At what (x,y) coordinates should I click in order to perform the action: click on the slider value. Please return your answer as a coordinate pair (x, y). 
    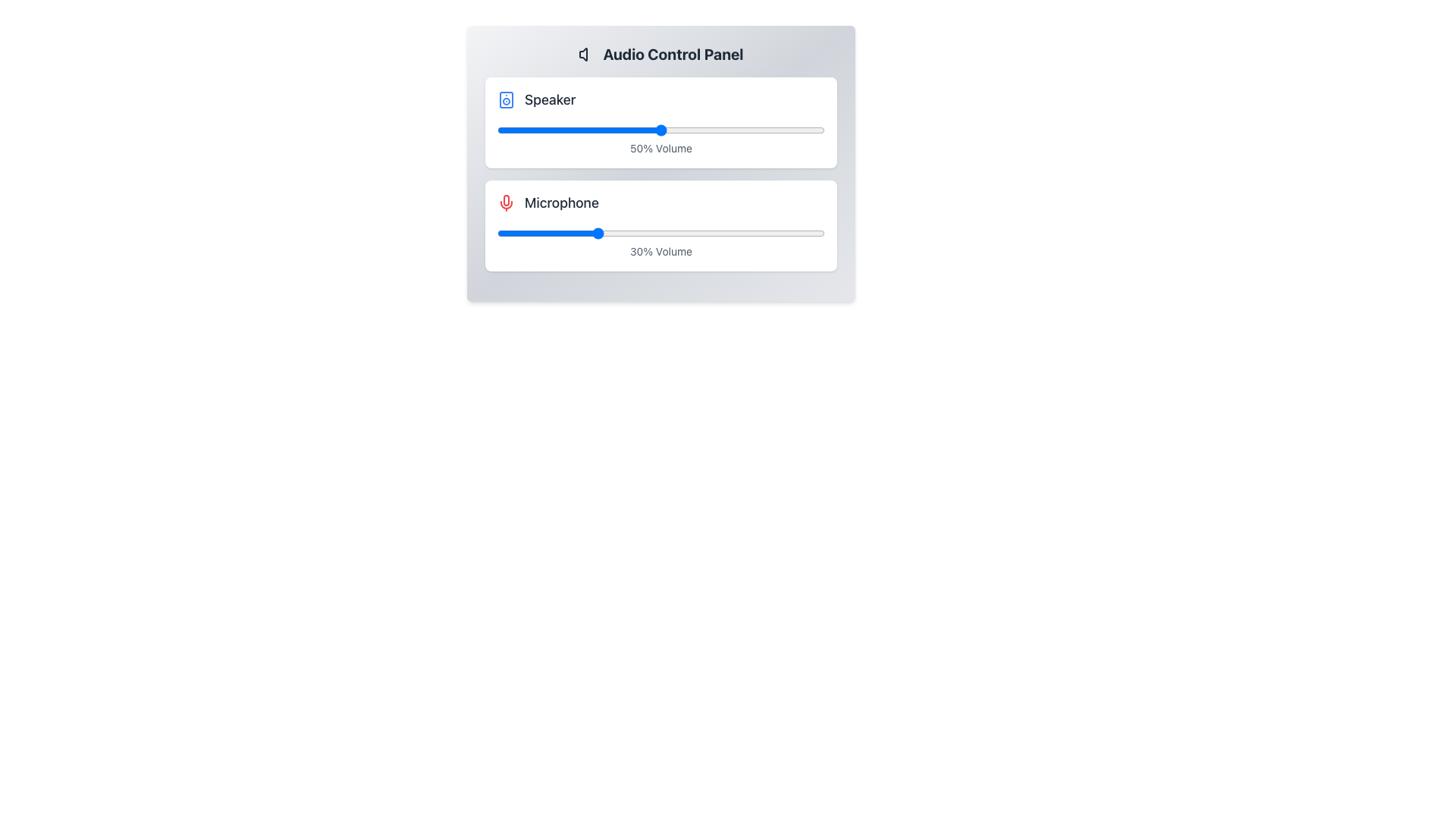
    Looking at the image, I should click on (782, 130).